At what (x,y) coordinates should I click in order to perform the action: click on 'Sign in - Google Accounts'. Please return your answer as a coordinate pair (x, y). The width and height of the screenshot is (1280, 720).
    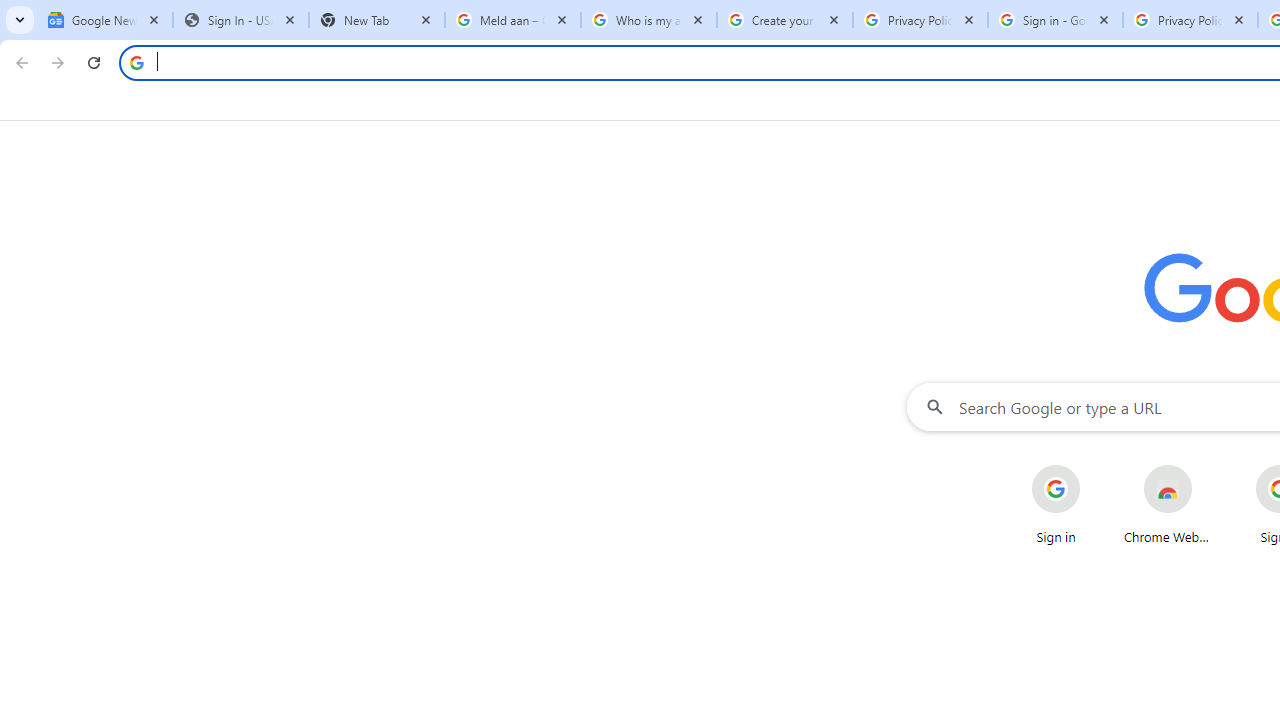
    Looking at the image, I should click on (1054, 20).